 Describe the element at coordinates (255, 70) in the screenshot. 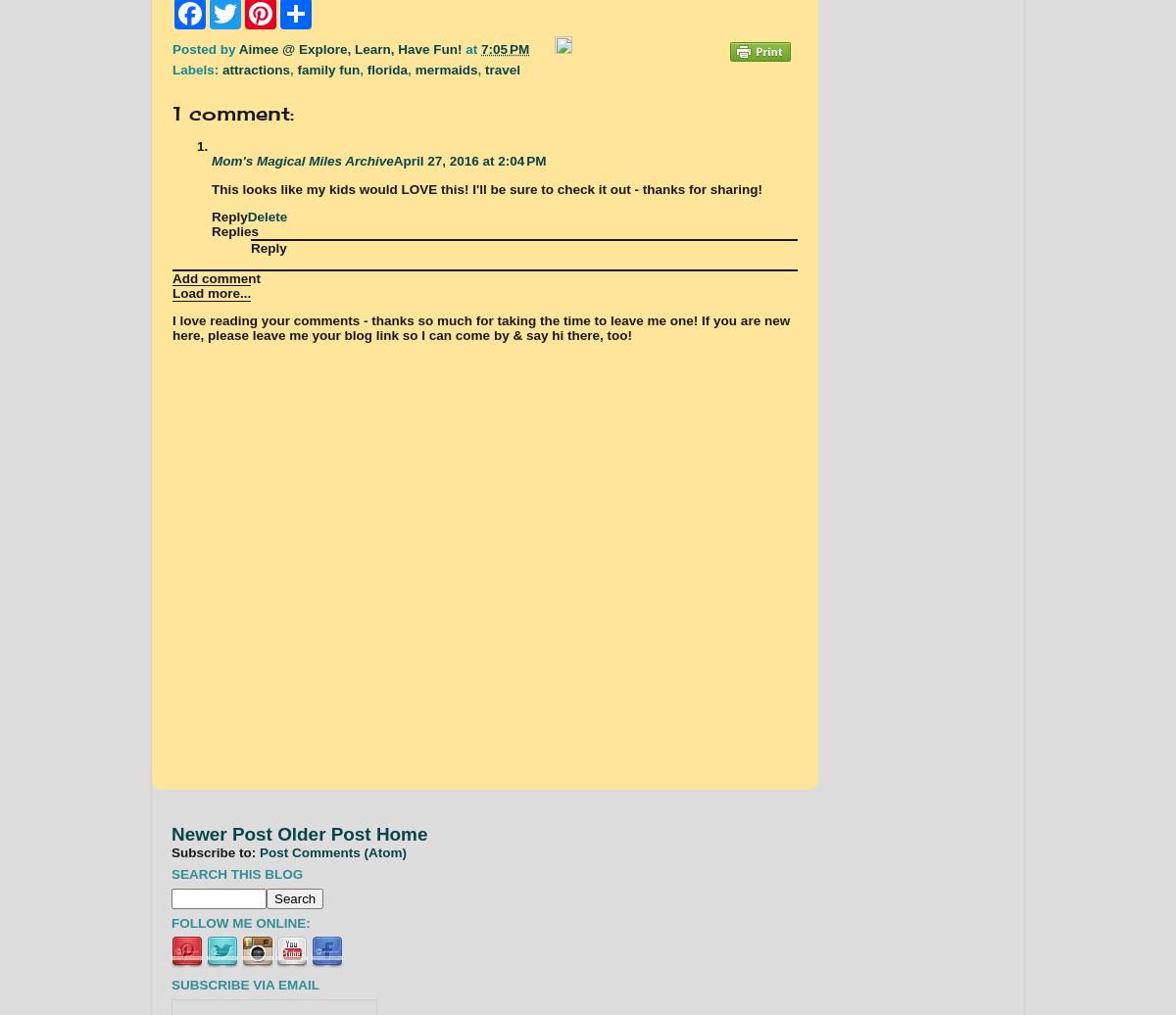

I see `'attractions'` at that location.